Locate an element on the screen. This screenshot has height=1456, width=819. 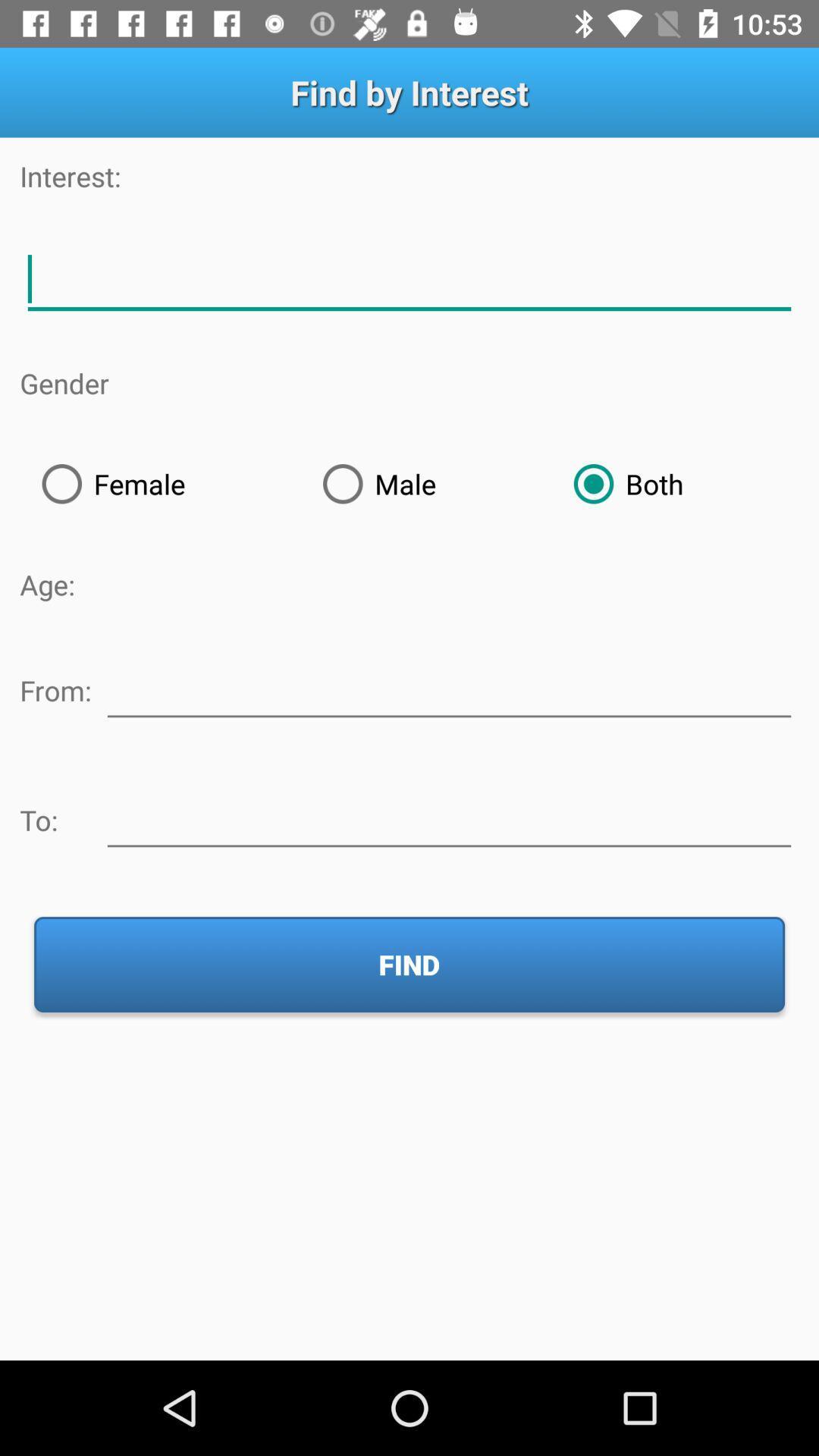
describe interests is located at coordinates (409, 280).